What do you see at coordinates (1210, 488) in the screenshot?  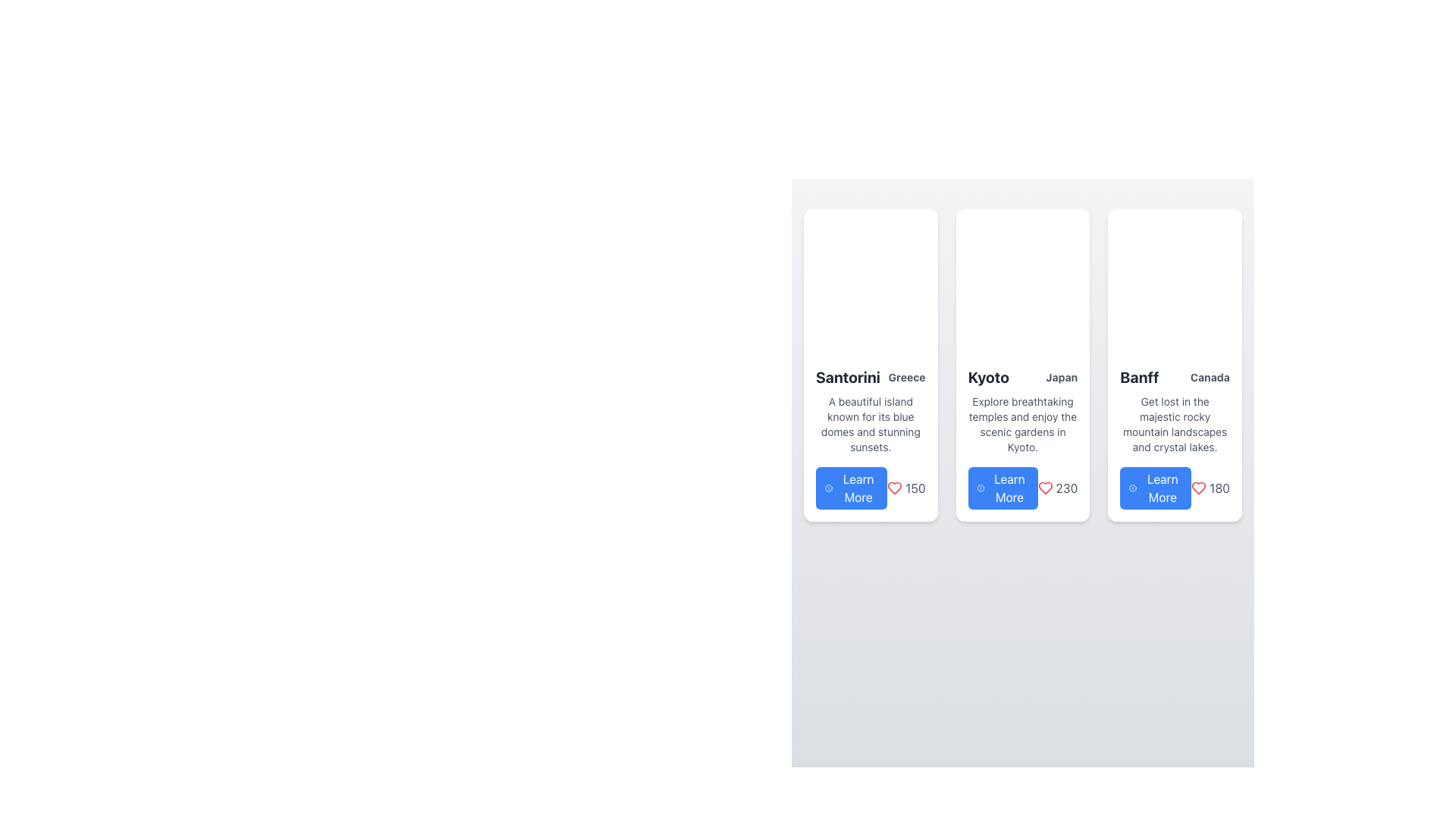 I see `the heart icon and metric text representing popularity or likes in the third card's right section, adjacent to the 'Learn More' button` at bounding box center [1210, 488].